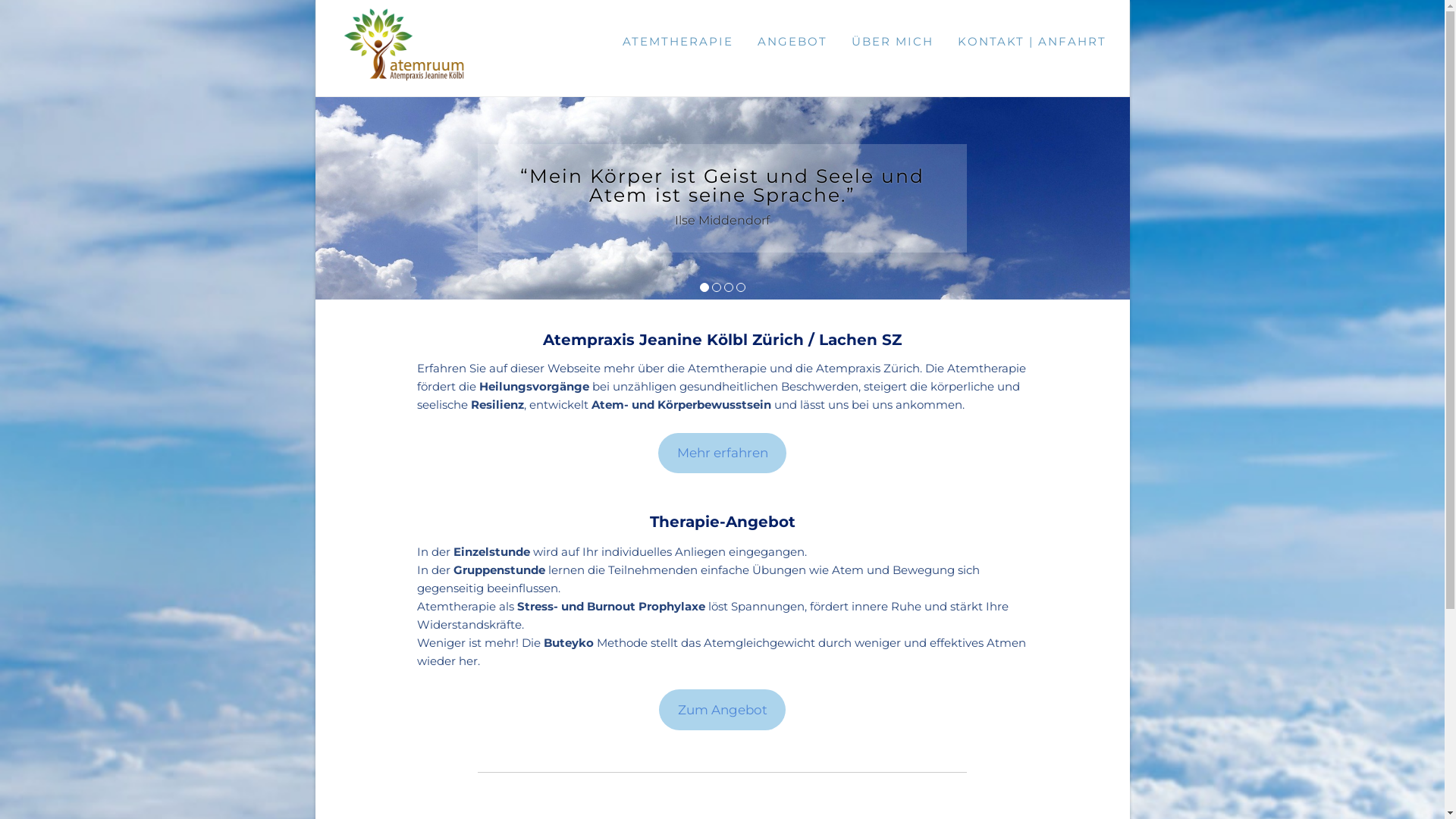 This screenshot has width=1456, height=819. What do you see at coordinates (721, 452) in the screenshot?
I see `'Mehr erfahren'` at bounding box center [721, 452].